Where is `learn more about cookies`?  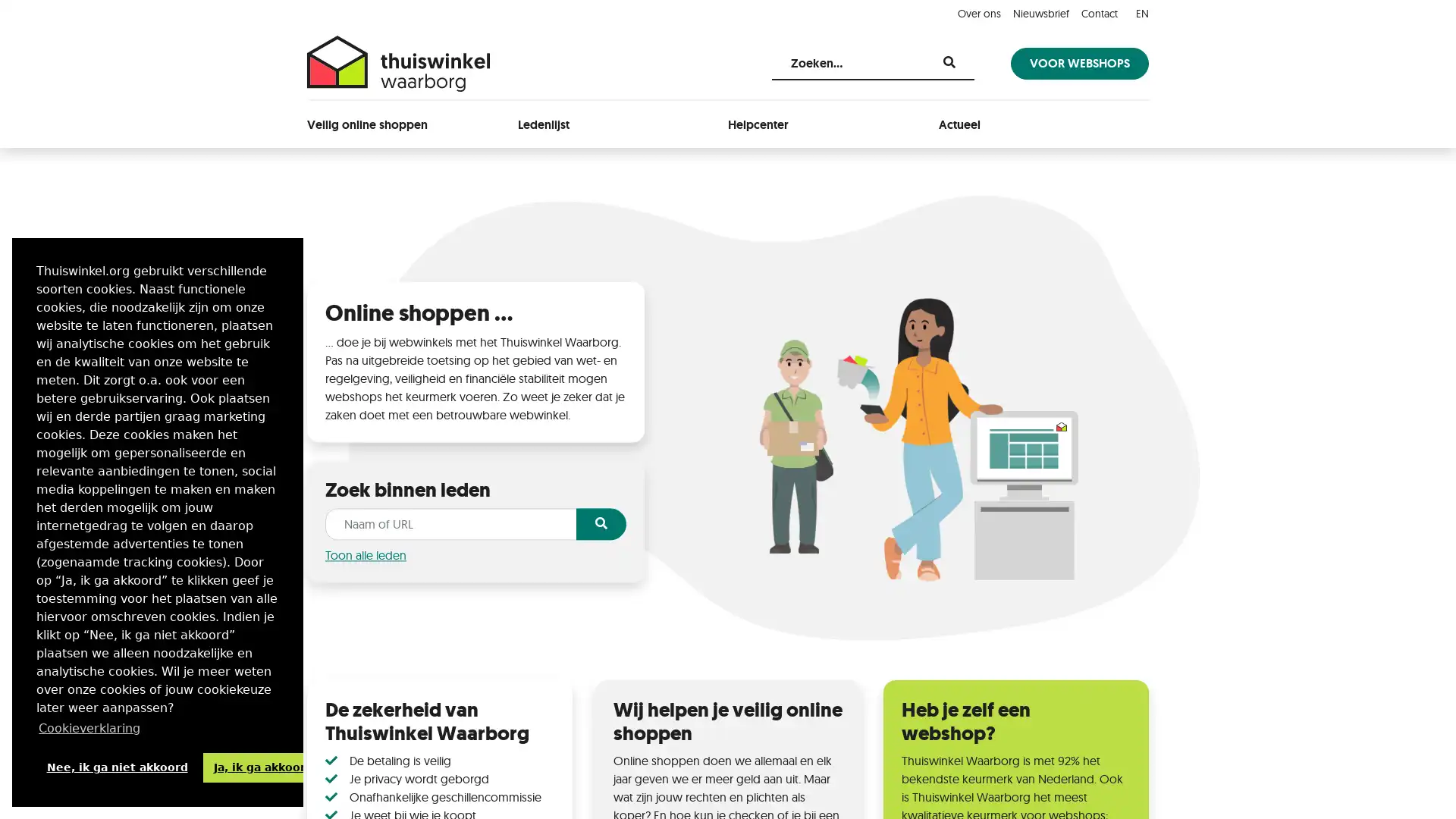
learn more about cookies is located at coordinates (89, 727).